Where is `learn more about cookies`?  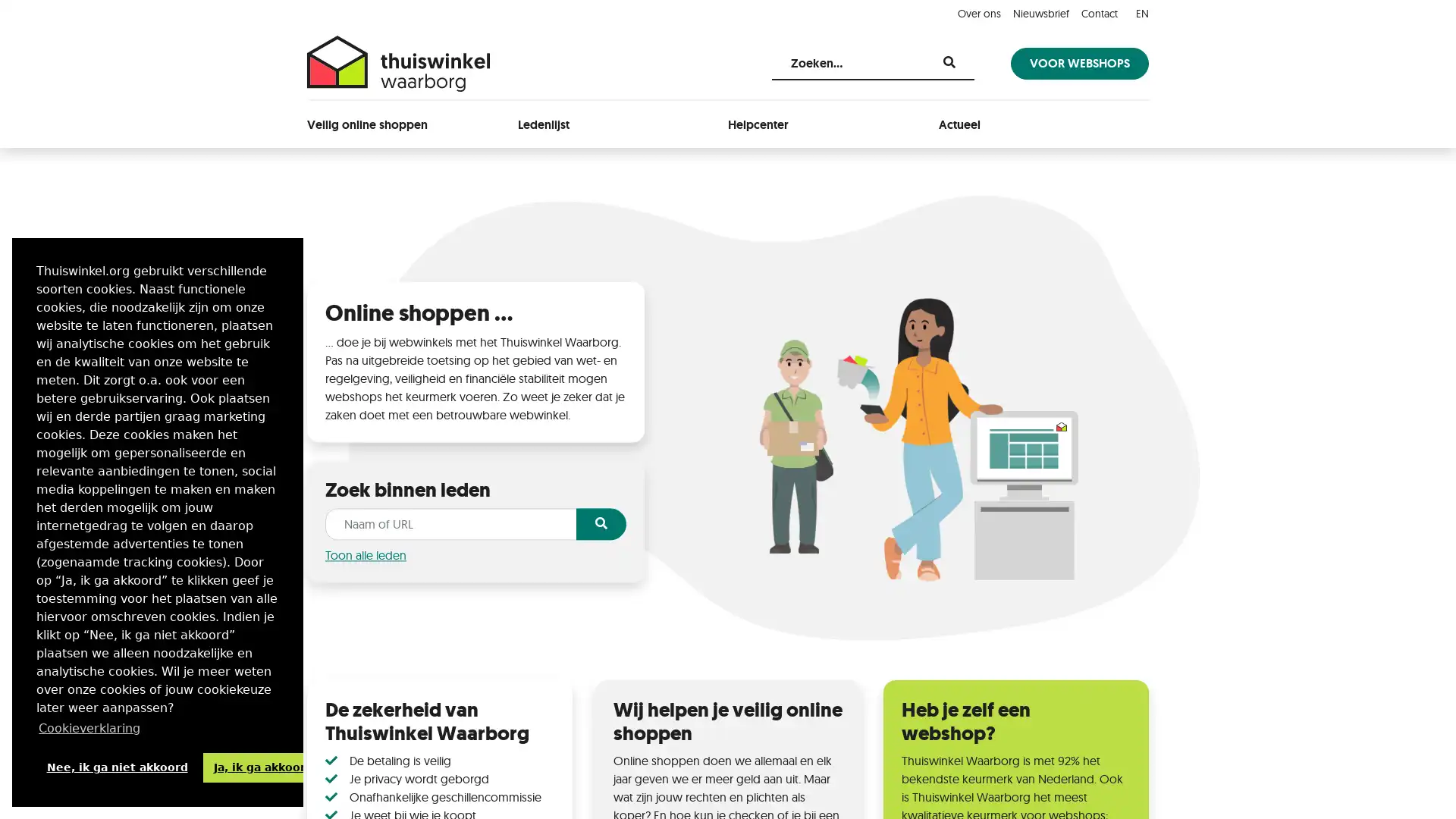
learn more about cookies is located at coordinates (89, 727).